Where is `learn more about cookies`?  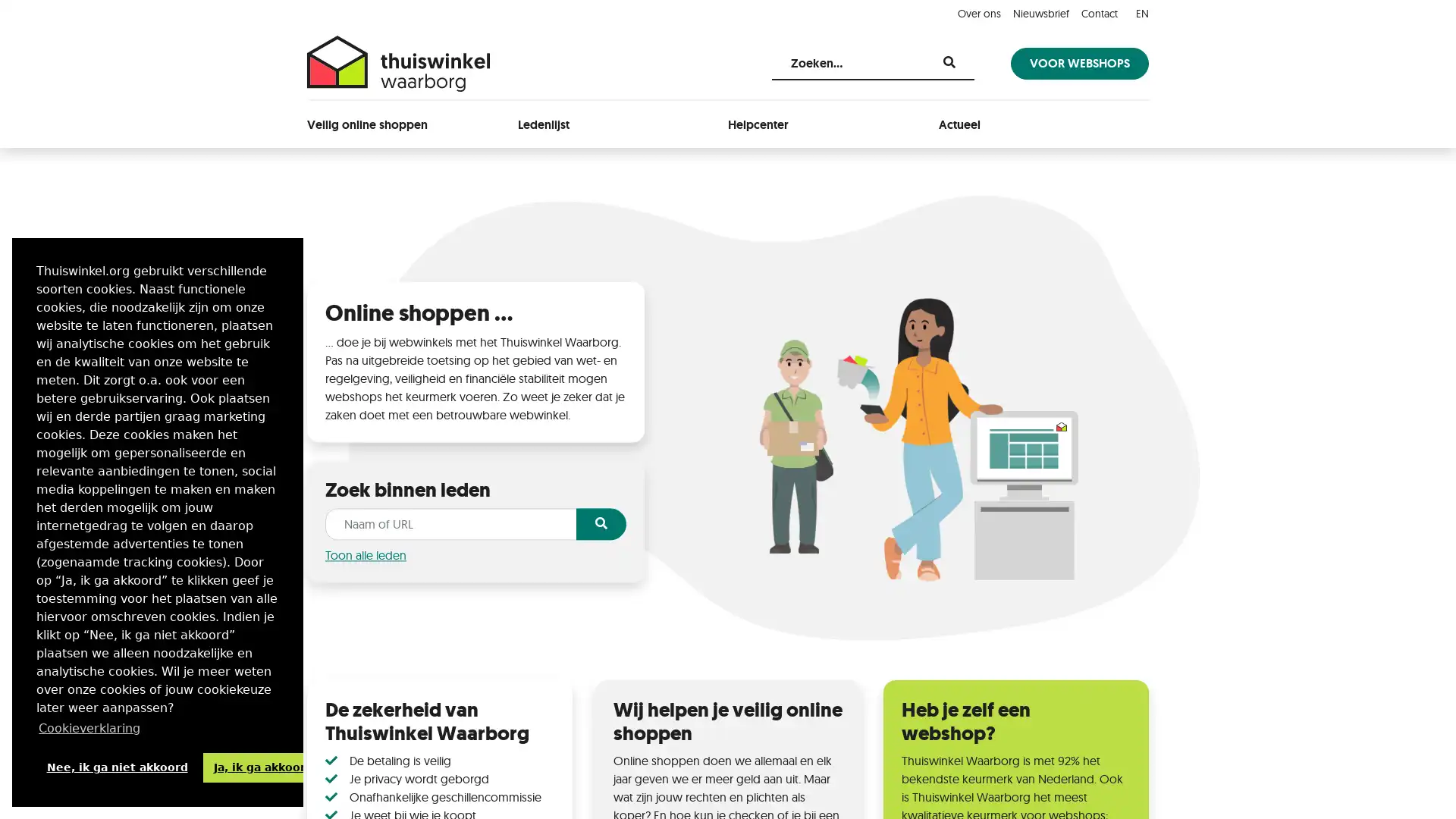
learn more about cookies is located at coordinates (89, 727).